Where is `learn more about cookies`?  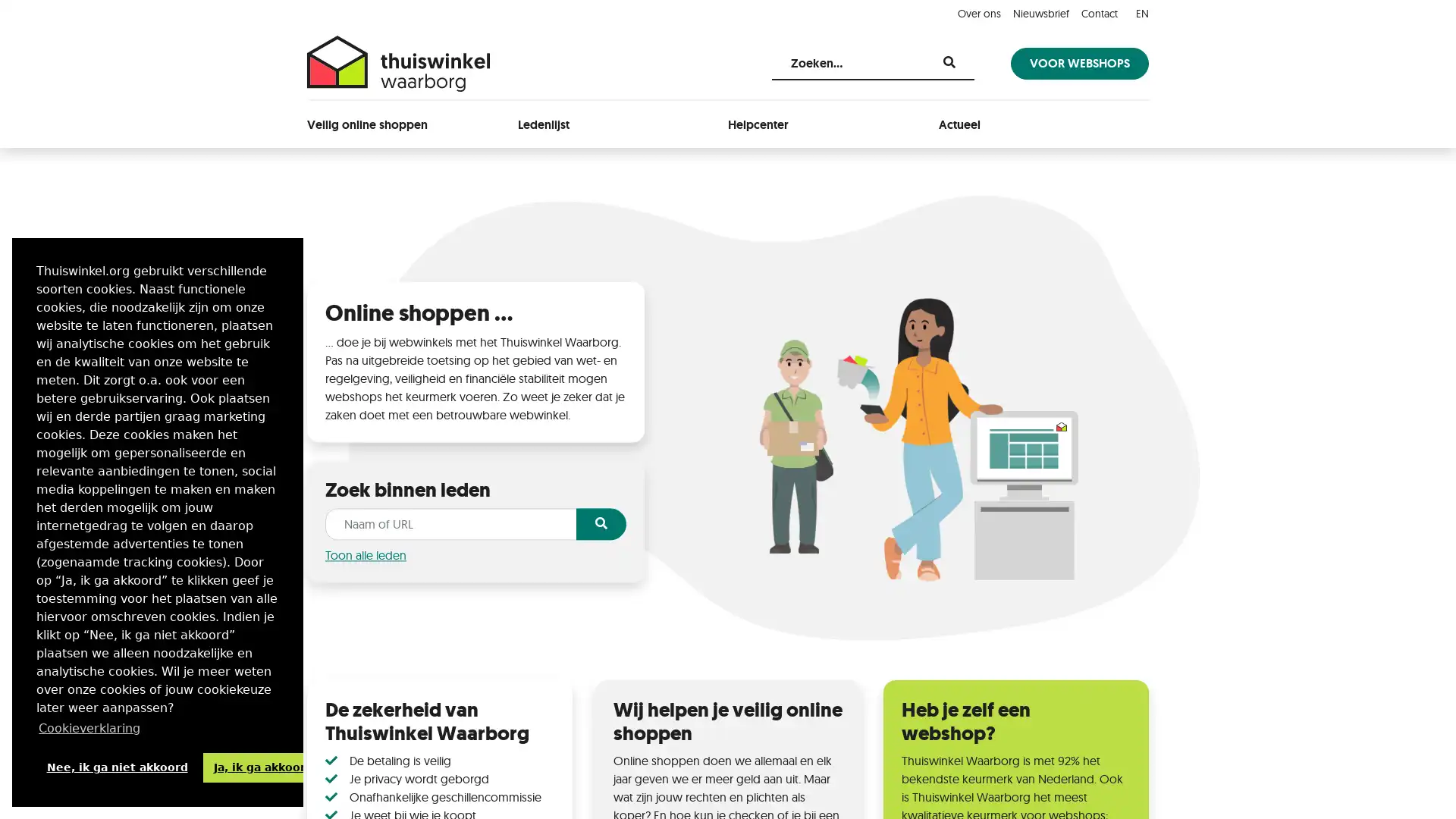
learn more about cookies is located at coordinates (89, 727).